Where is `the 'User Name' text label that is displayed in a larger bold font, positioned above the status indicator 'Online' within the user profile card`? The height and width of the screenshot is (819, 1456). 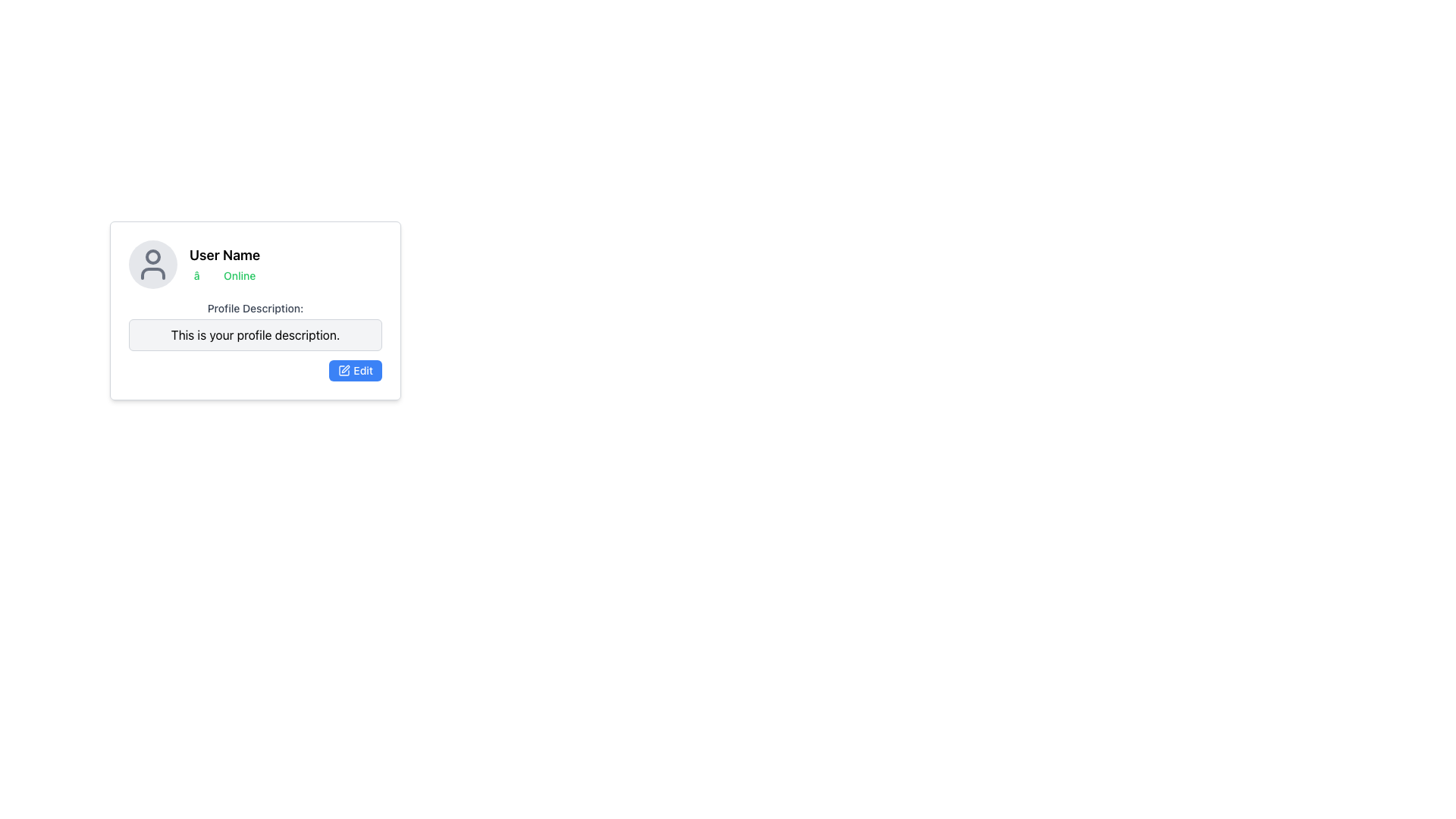 the 'User Name' text label that is displayed in a larger bold font, positioned above the status indicator 'Online' within the user profile card is located at coordinates (224, 254).